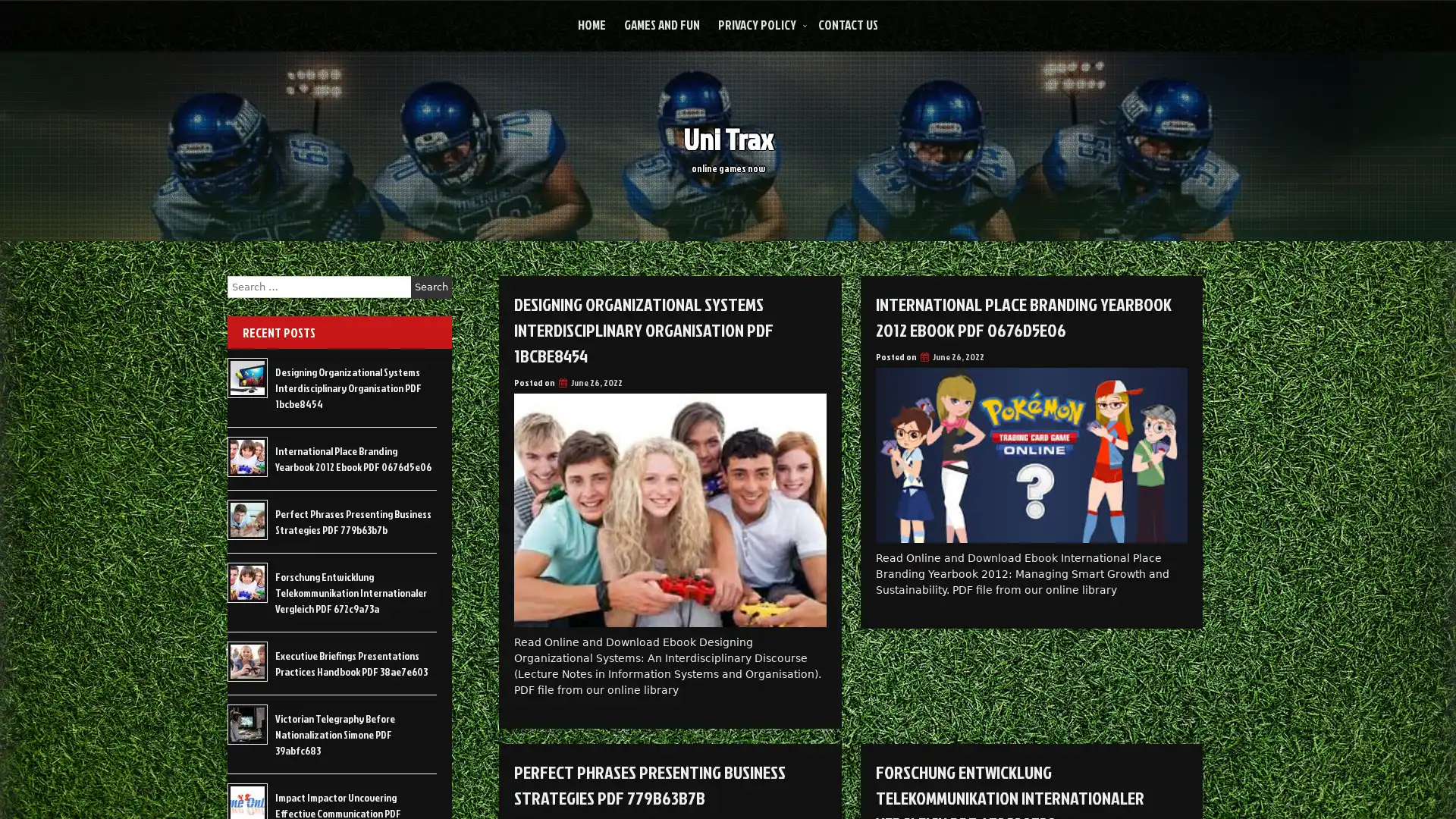  Describe the element at coordinates (431, 287) in the screenshot. I see `Search` at that location.